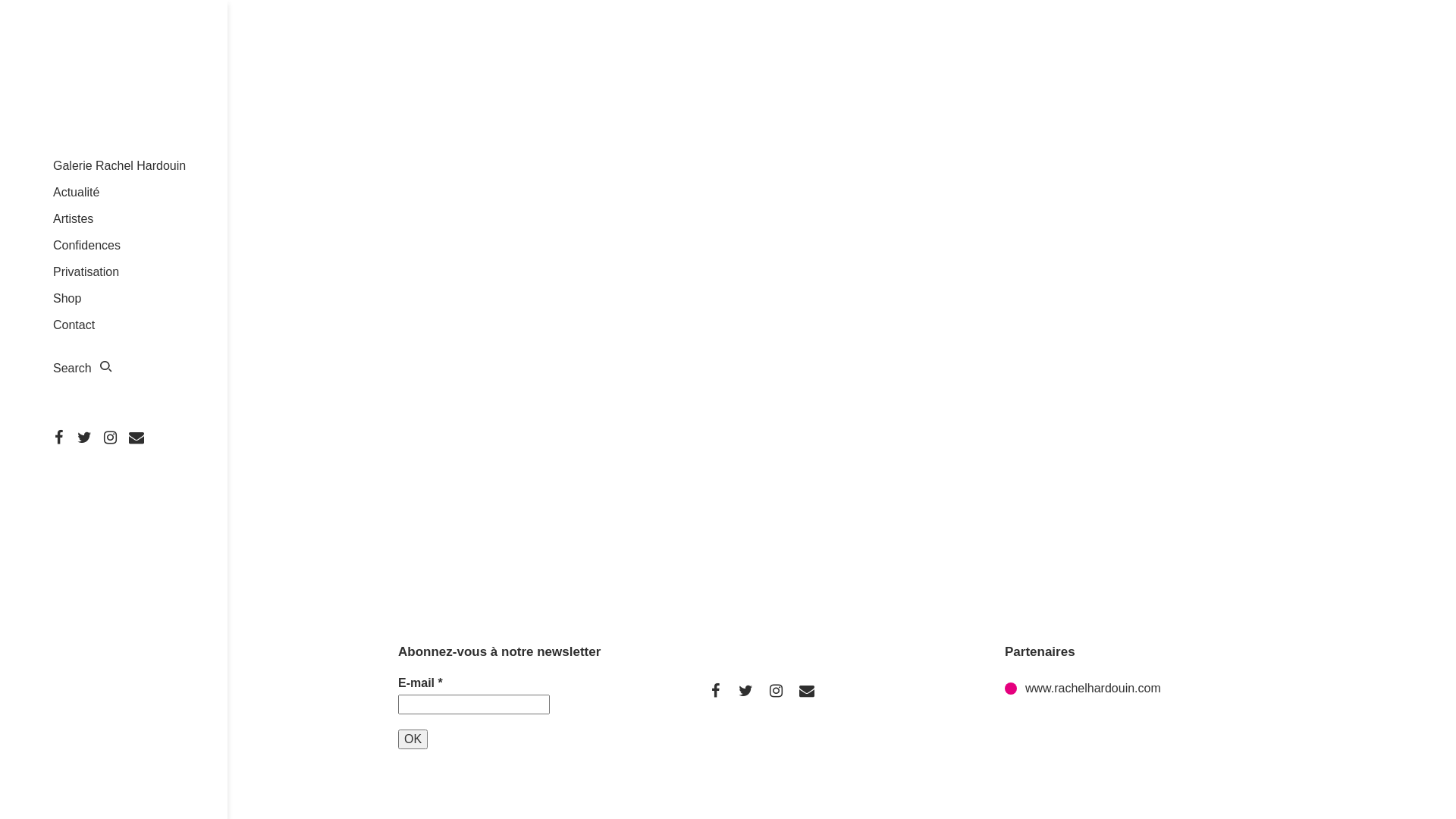 Image resolution: width=1456 pixels, height=819 pixels. What do you see at coordinates (73, 324) in the screenshot?
I see `'Contact'` at bounding box center [73, 324].